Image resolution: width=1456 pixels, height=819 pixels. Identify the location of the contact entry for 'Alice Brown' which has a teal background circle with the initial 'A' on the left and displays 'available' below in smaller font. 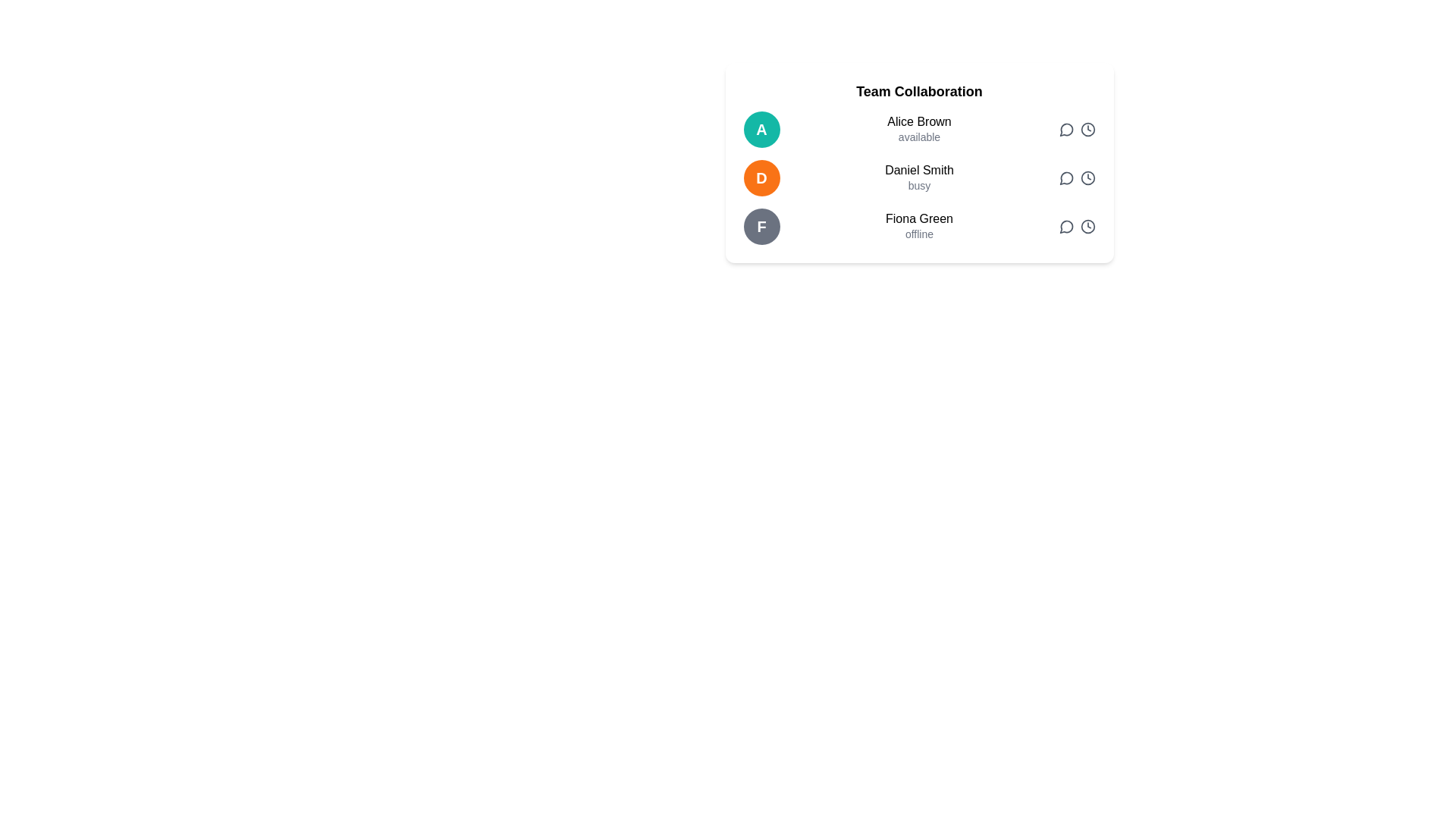
(918, 128).